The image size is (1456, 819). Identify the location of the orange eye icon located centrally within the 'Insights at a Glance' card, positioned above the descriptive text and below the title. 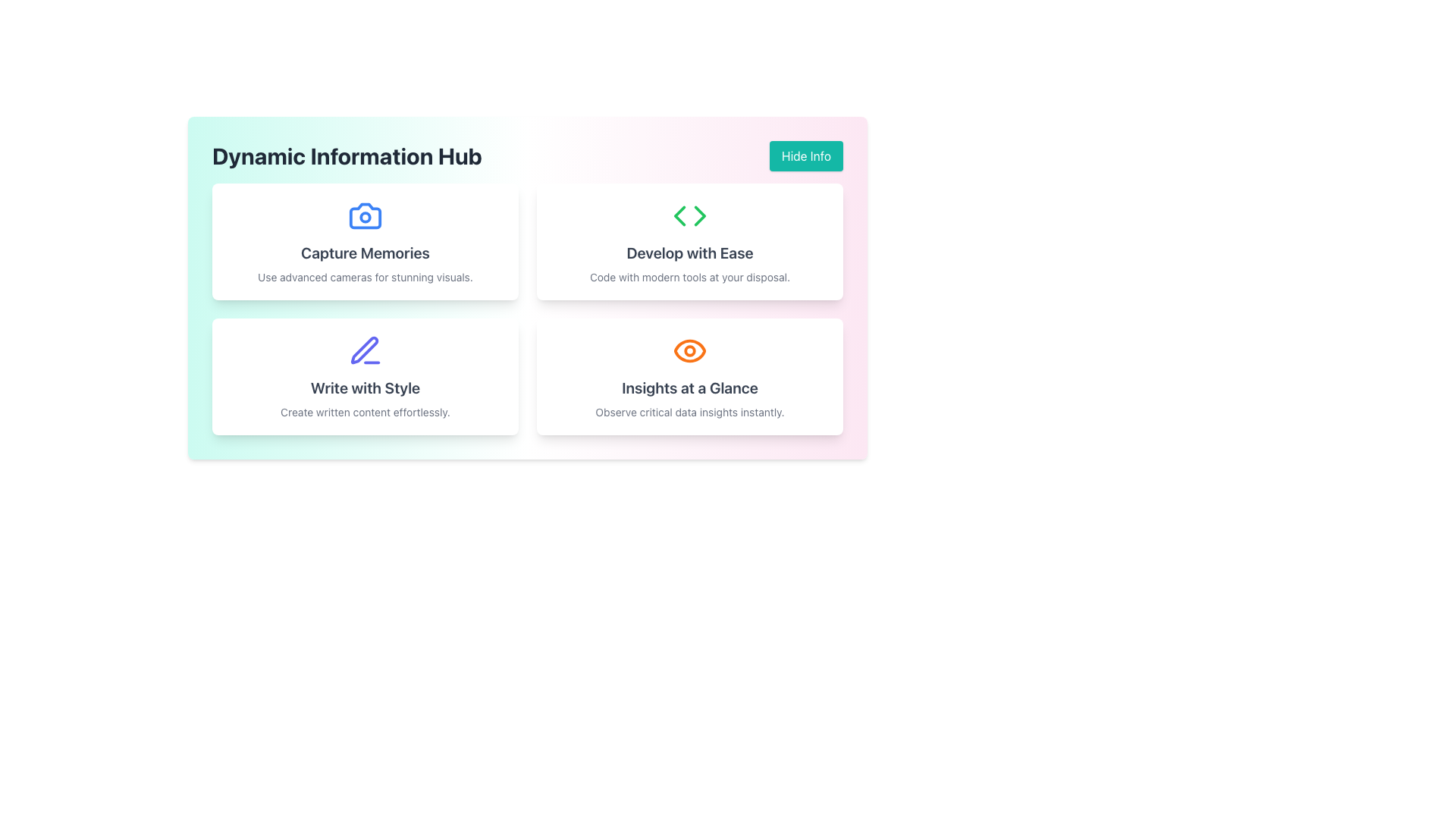
(689, 350).